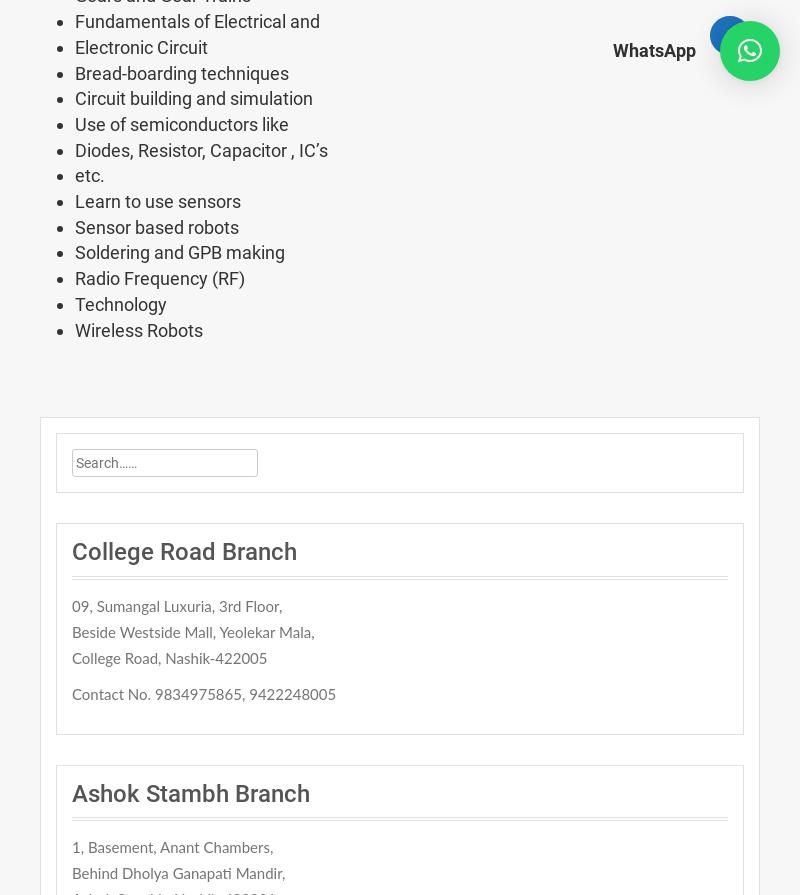 This screenshot has height=895, width=800. What do you see at coordinates (75, 303) in the screenshot?
I see `'Technology'` at bounding box center [75, 303].